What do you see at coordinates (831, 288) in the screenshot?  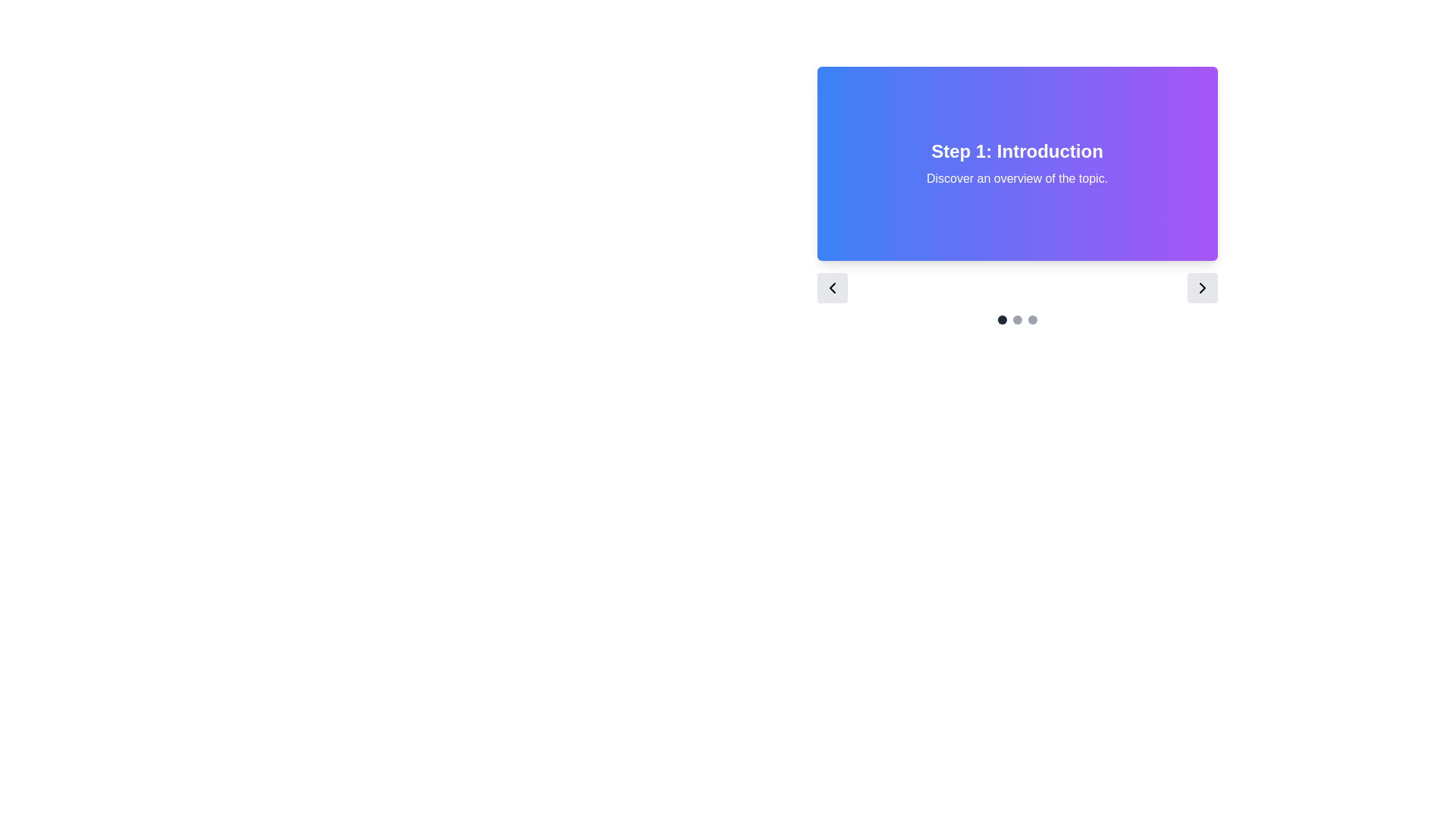 I see `the left chevron arrow icon used for navigation in the carousel beneath the 'Step 1: Introduction' card` at bounding box center [831, 288].